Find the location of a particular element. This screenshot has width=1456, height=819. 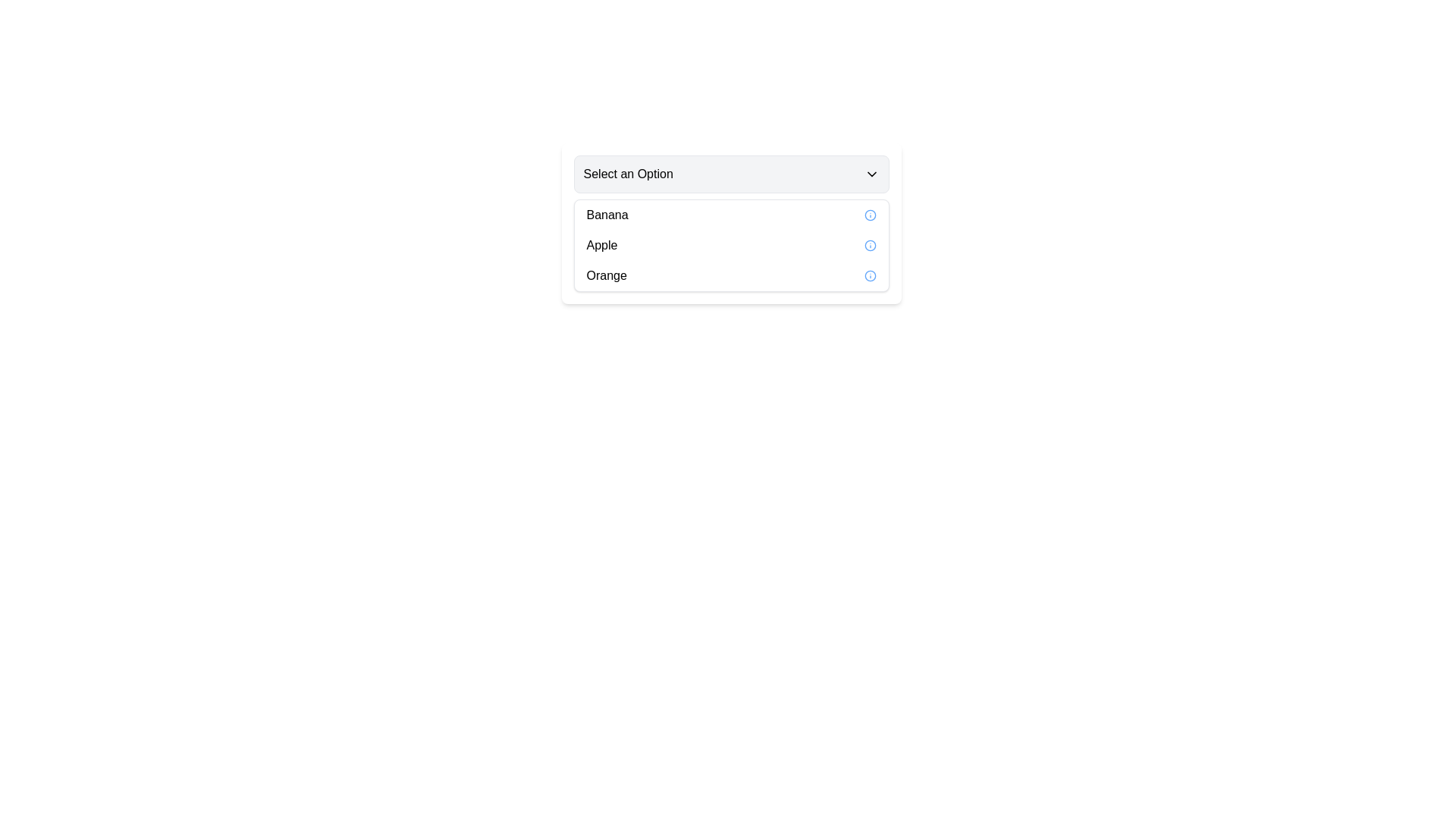

the first item in the dropdown menu that allows the user to select 'Banana', located below 'Select an Option' and above 'Apple' is located at coordinates (731, 215).